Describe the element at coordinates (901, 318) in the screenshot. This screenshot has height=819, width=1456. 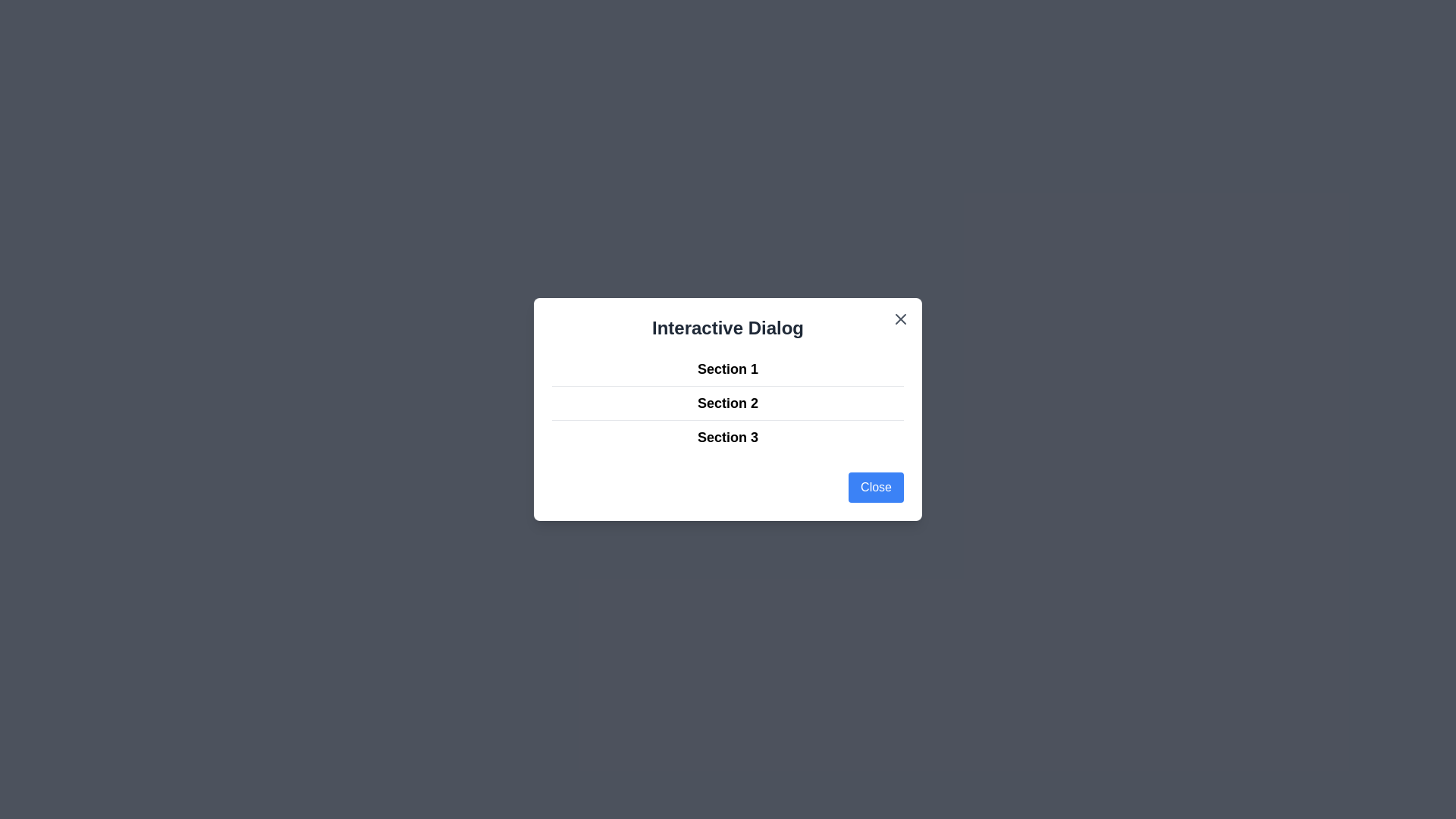
I see `close icon in the top-right corner of the dialog` at that location.